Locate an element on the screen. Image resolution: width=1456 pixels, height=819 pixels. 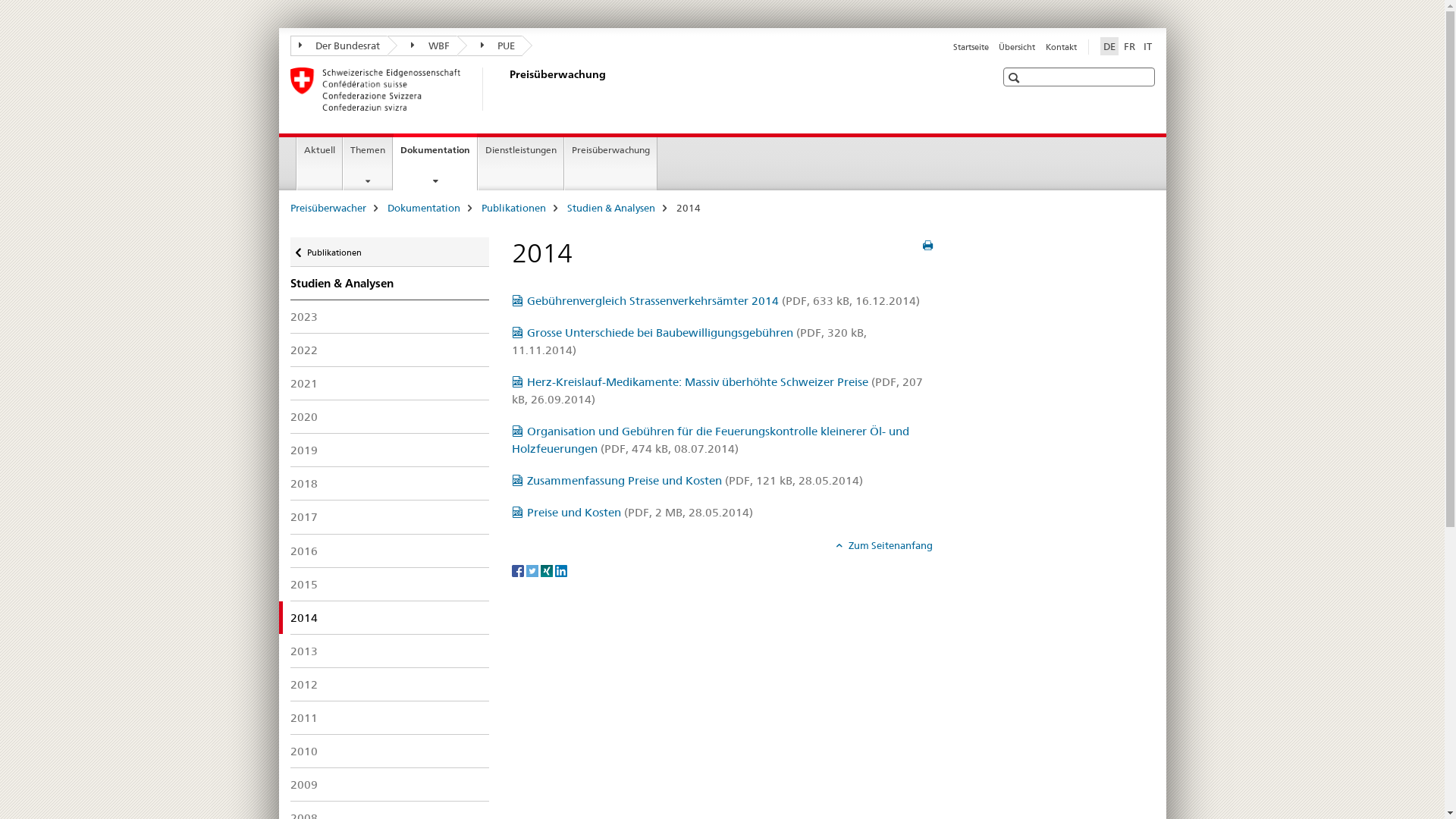
'2009' is located at coordinates (389, 784).